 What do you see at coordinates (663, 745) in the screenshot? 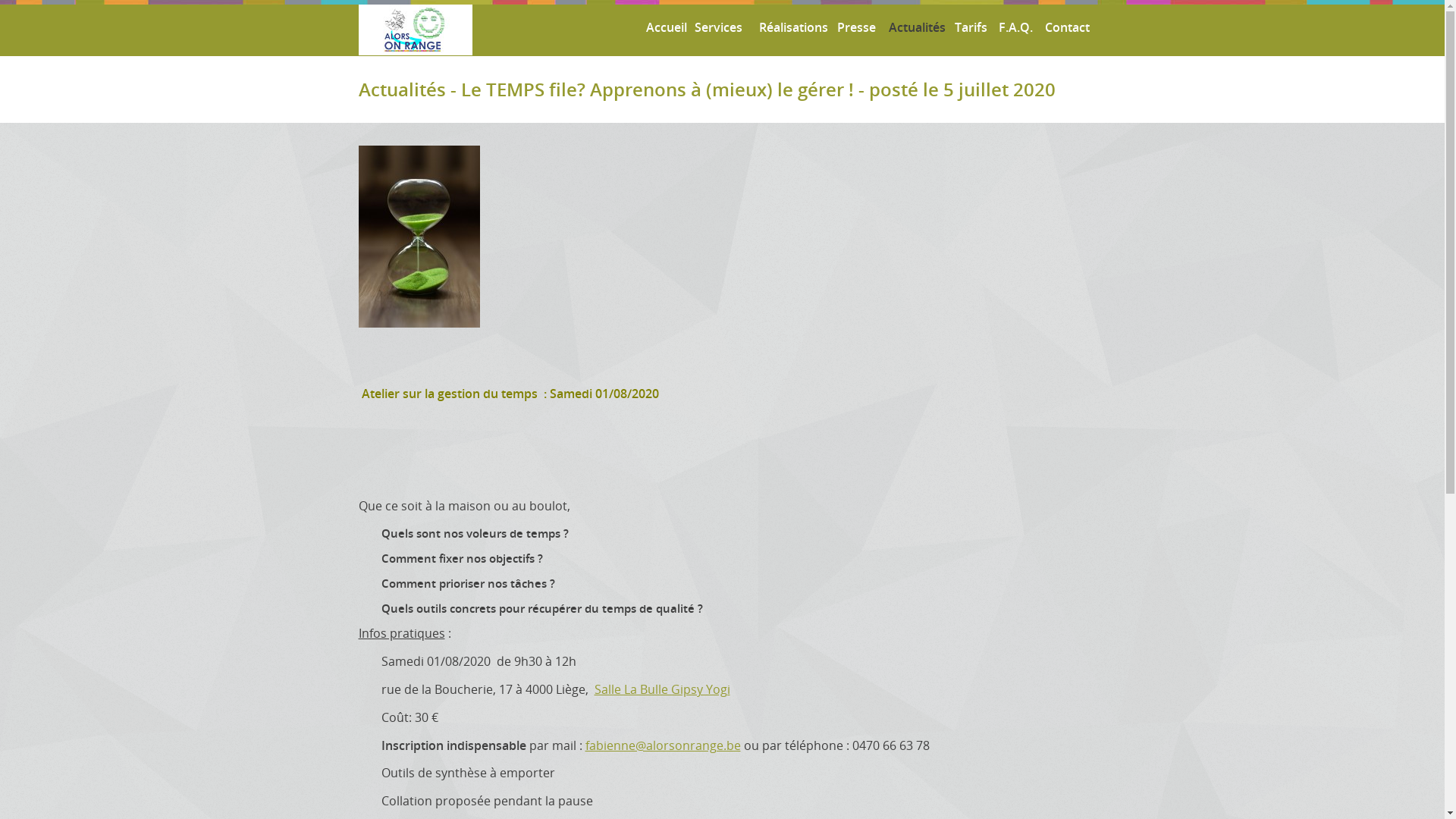
I see `'fabienne@alorsonrange.be'` at bounding box center [663, 745].